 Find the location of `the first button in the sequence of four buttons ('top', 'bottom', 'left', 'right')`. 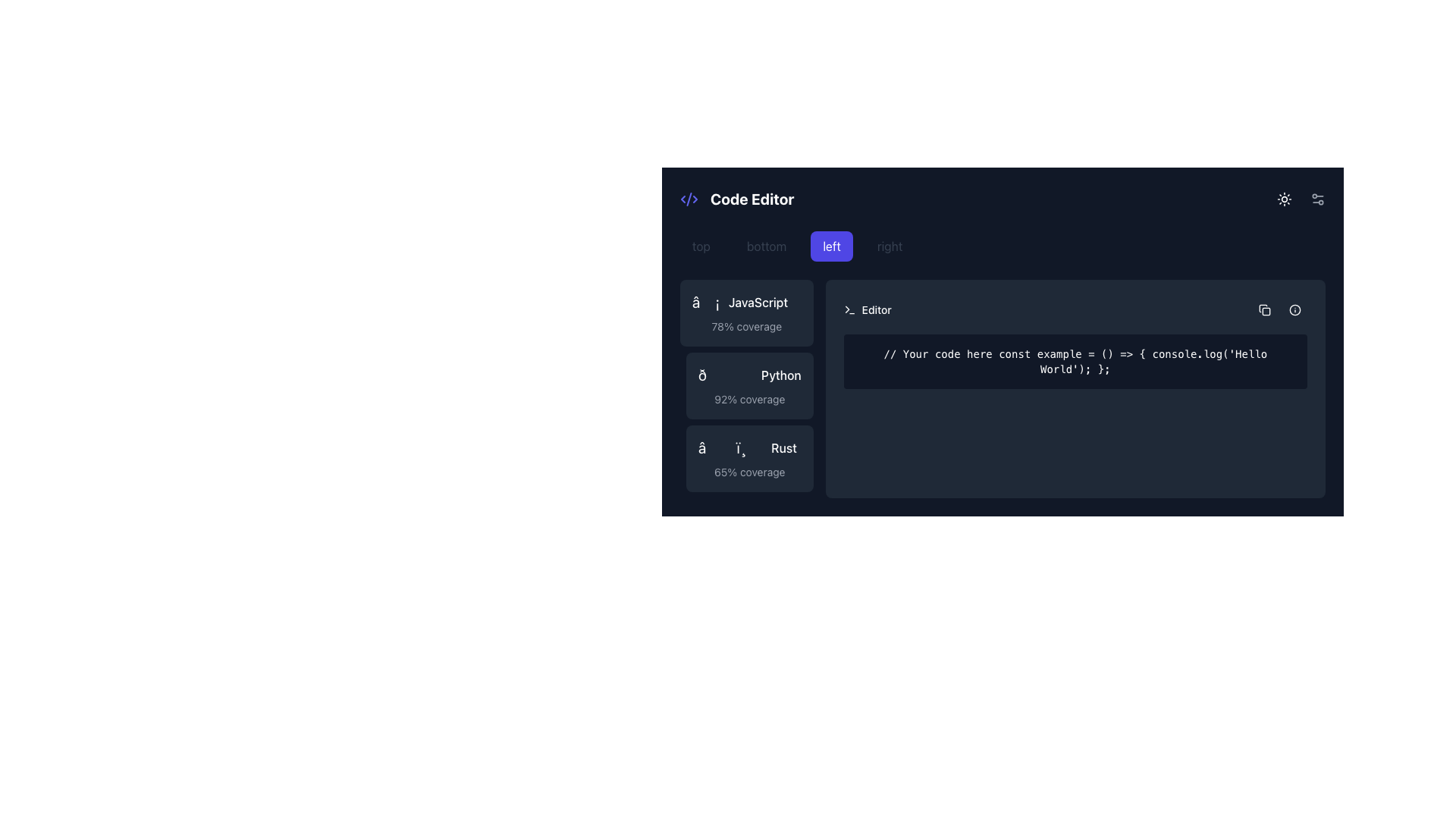

the first button in the sequence of four buttons ('top', 'bottom', 'left', 'right') is located at coordinates (701, 245).